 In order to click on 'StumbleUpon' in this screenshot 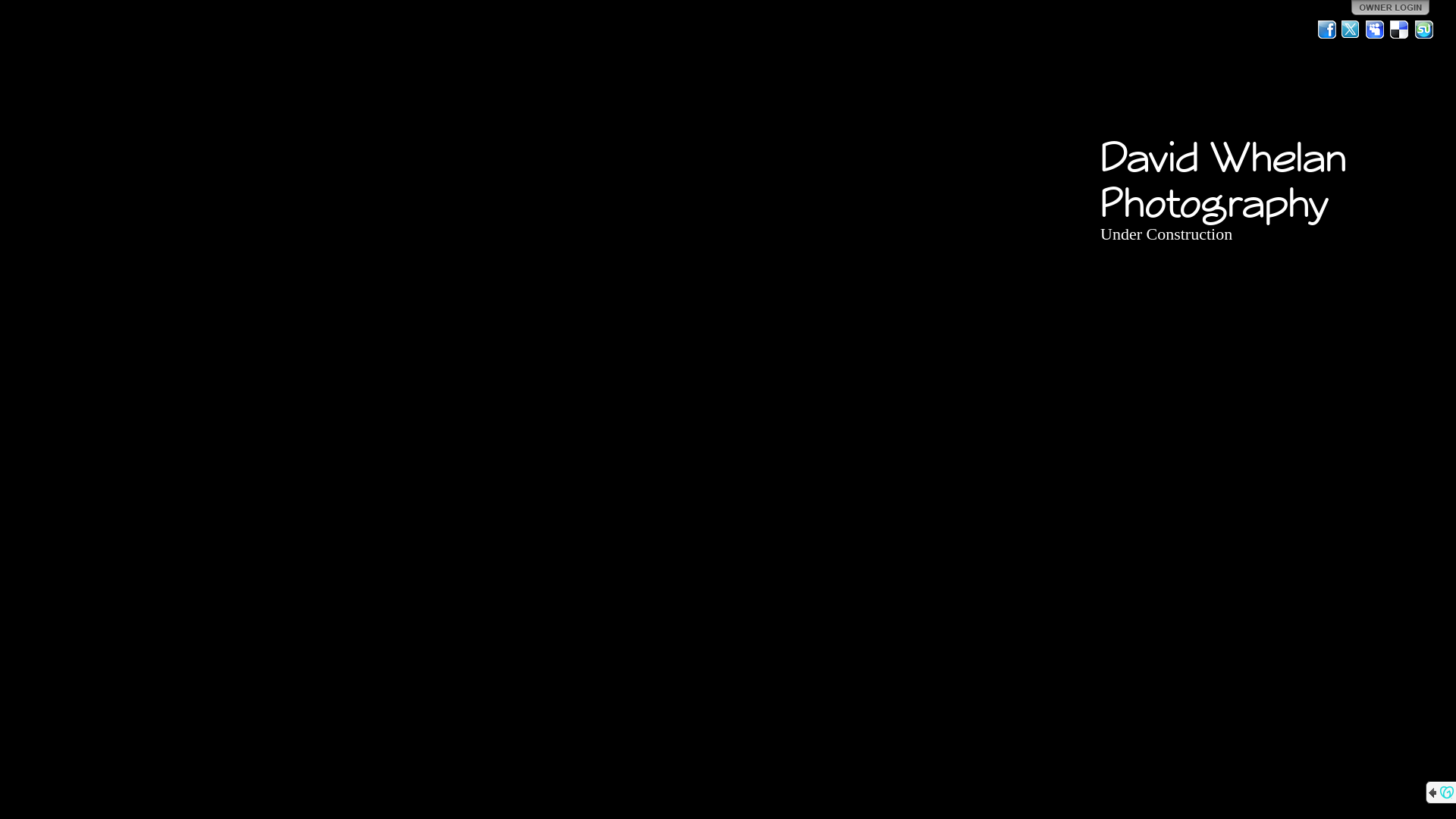, I will do `click(1423, 29)`.